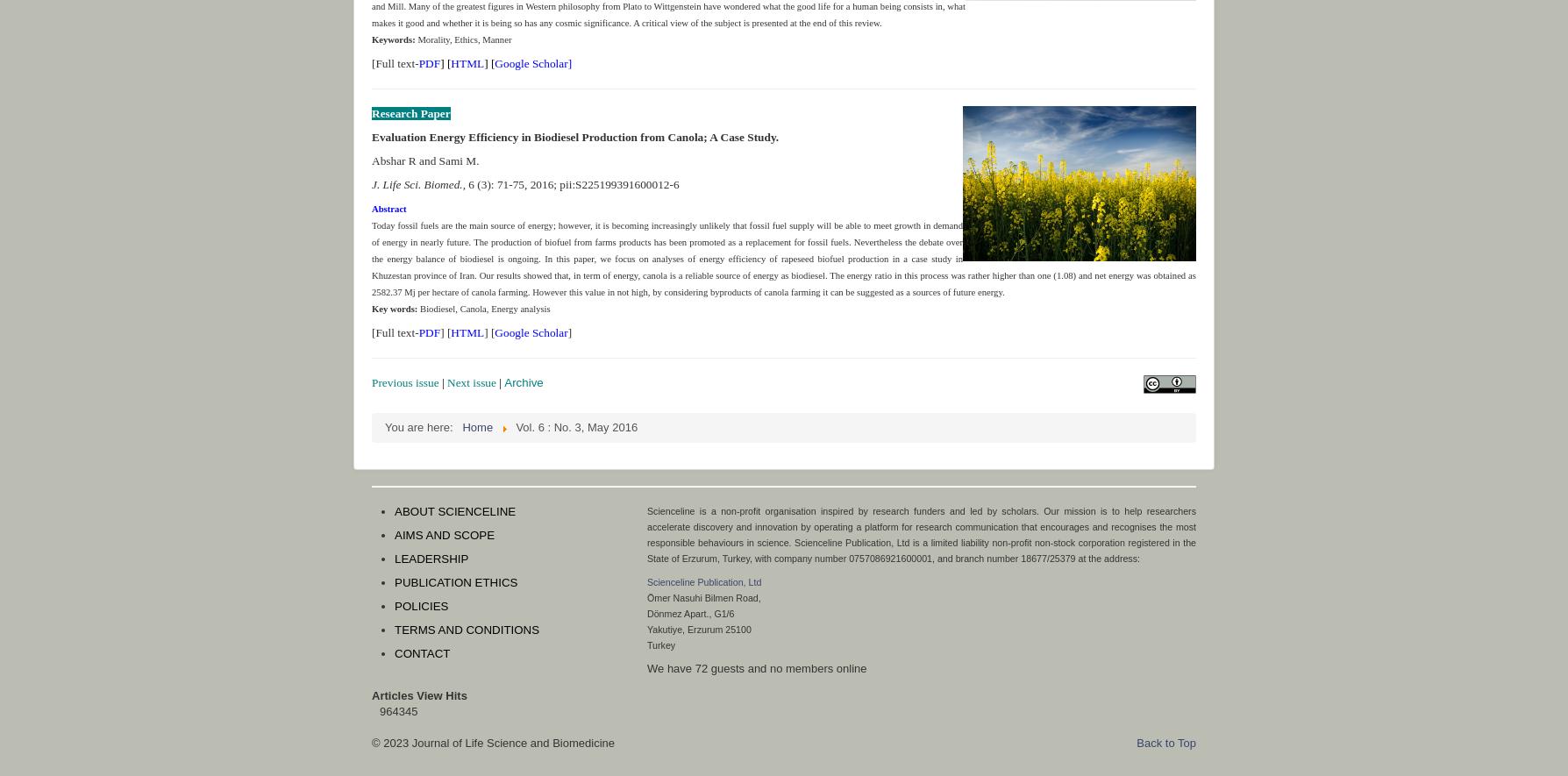  I want to click on 'Back to Top', so click(1165, 742).